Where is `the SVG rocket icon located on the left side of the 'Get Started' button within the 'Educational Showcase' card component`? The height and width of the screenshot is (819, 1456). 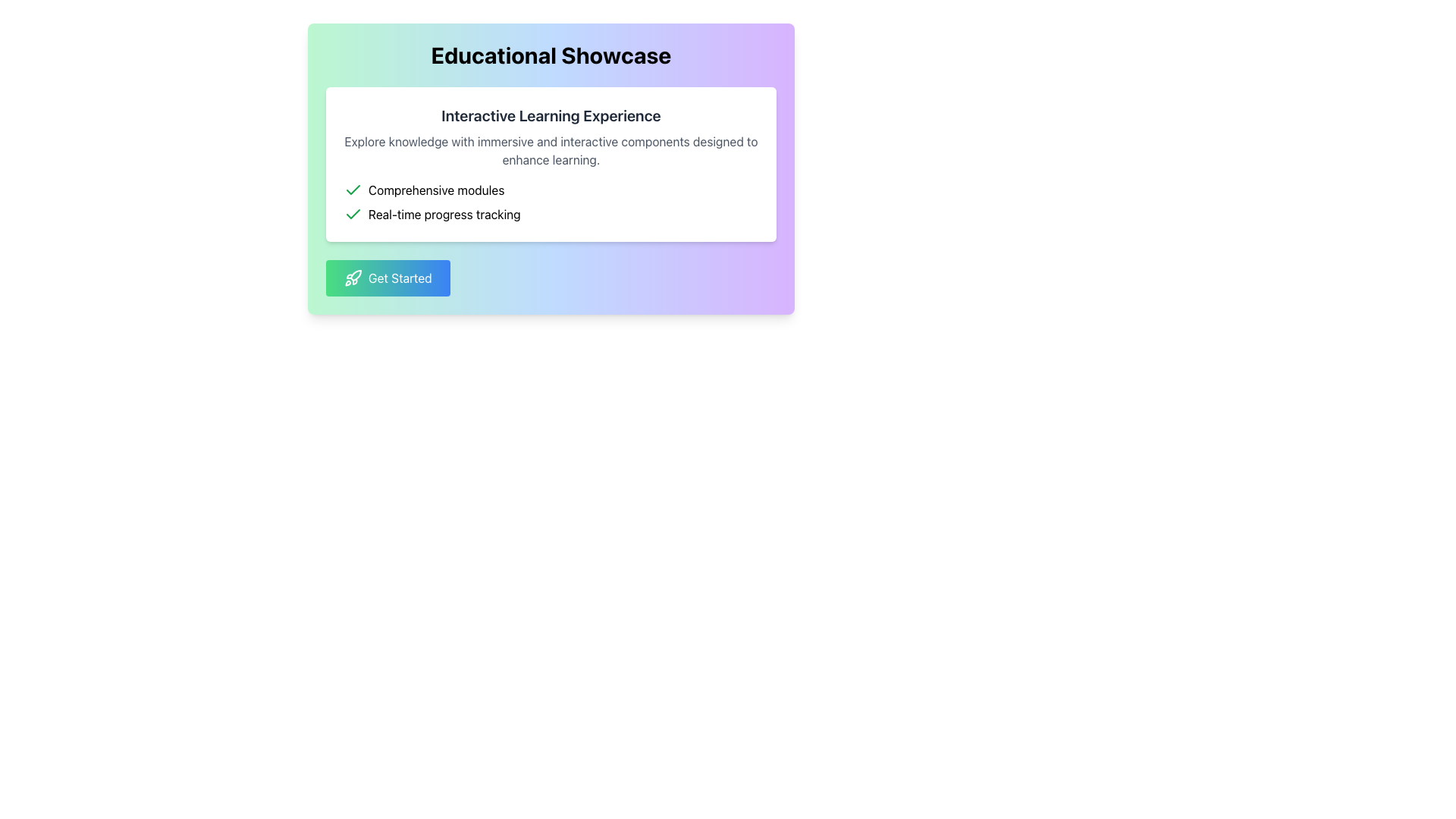 the SVG rocket icon located on the left side of the 'Get Started' button within the 'Educational Showcase' card component is located at coordinates (352, 278).